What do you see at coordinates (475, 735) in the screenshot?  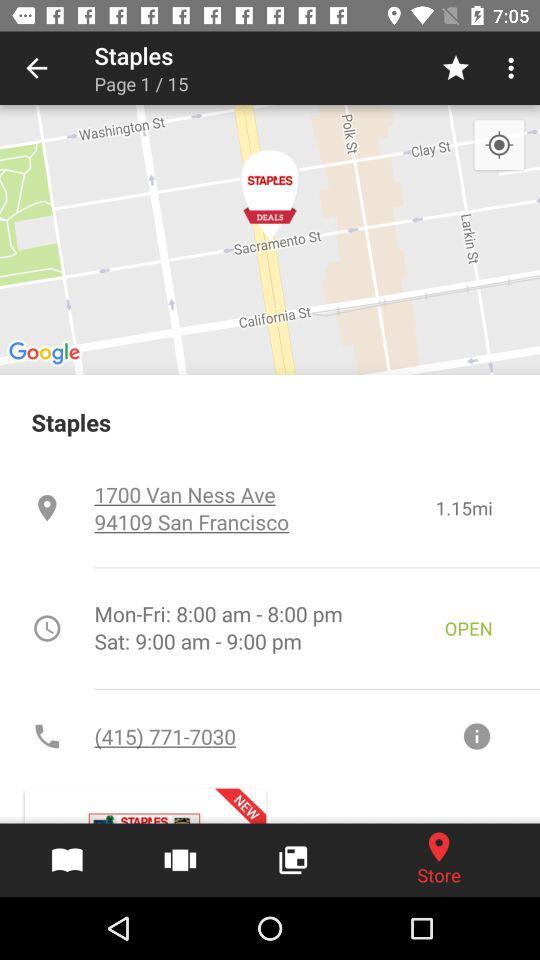 I see `the info icon` at bounding box center [475, 735].